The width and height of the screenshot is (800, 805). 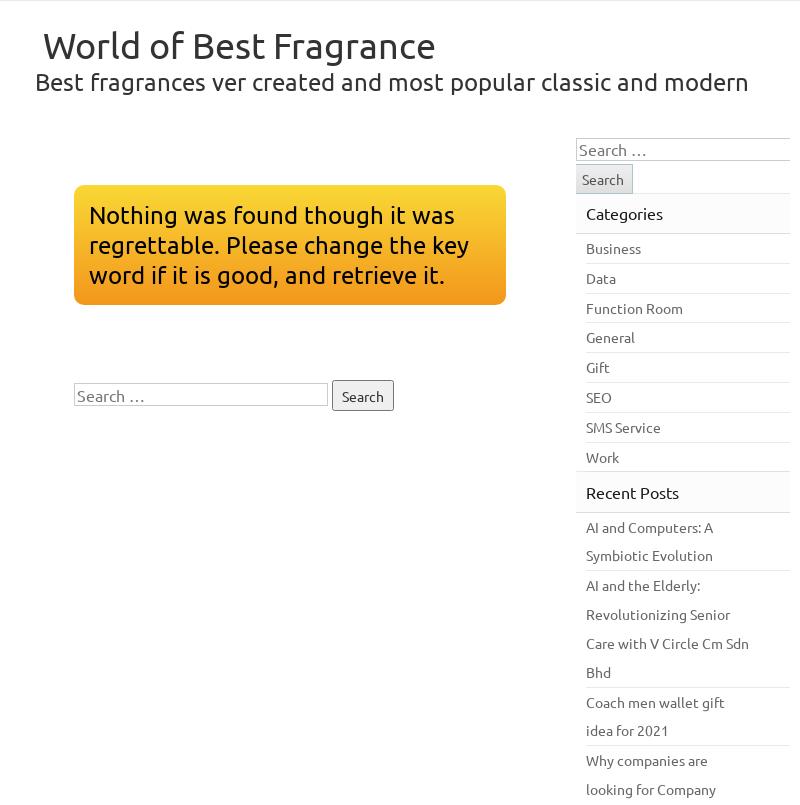 What do you see at coordinates (737, 640) in the screenshot?
I see `'Sdn'` at bounding box center [737, 640].